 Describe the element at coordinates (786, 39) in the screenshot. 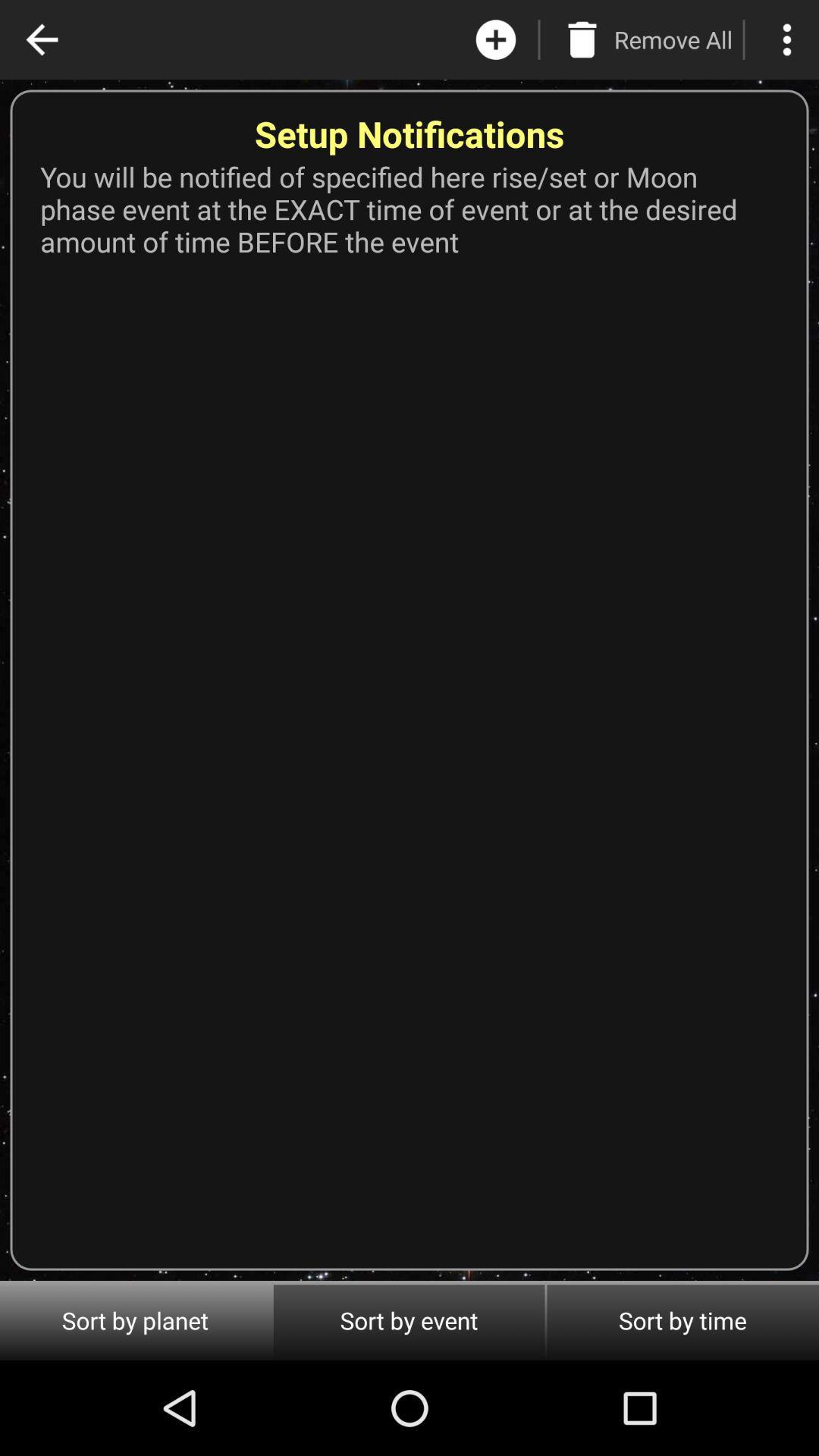

I see `icon above the you will be item` at that location.